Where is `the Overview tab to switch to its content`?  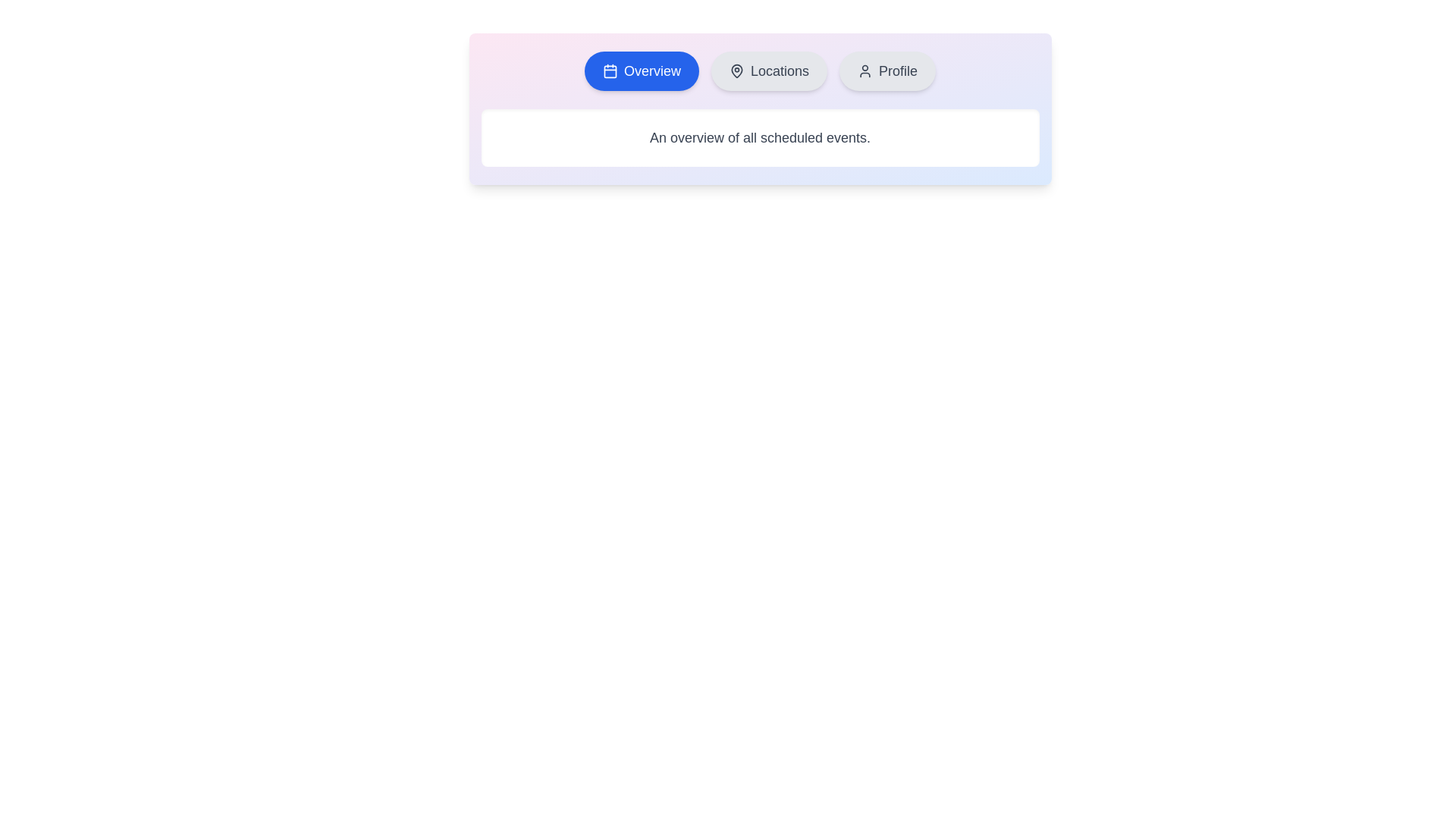
the Overview tab to switch to its content is located at coordinates (641, 71).